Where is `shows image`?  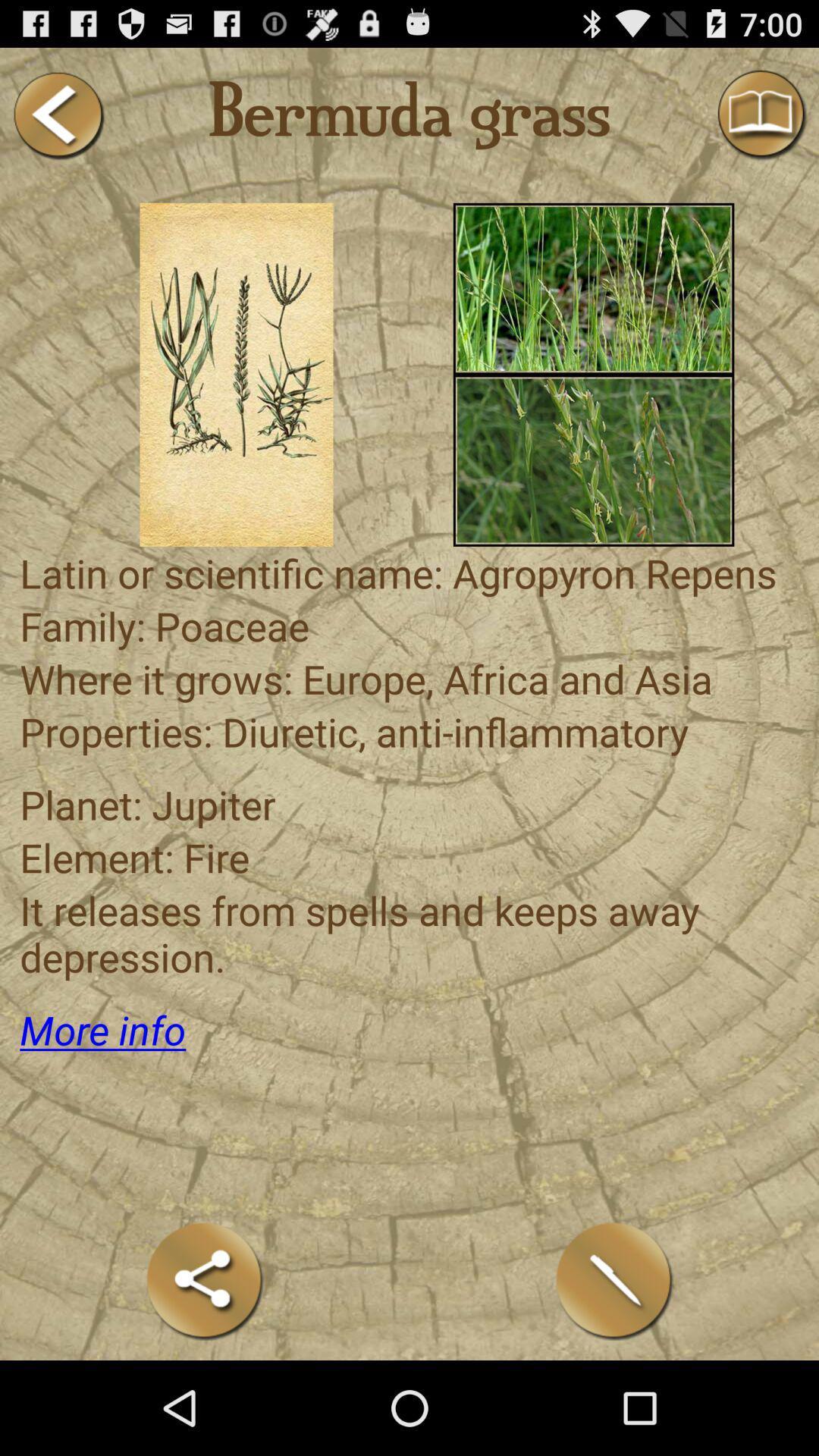
shows image is located at coordinates (237, 375).